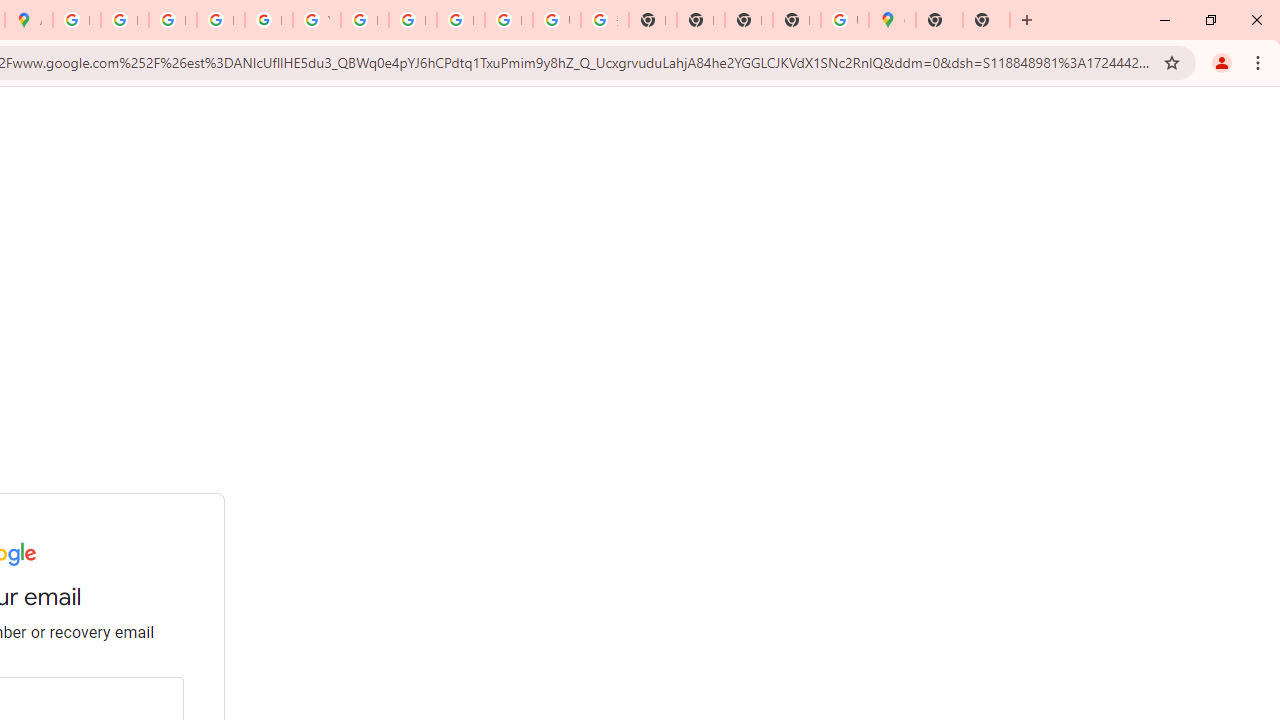  Describe the element at coordinates (172, 20) in the screenshot. I see `'Privacy Help Center - Policies Help'` at that location.